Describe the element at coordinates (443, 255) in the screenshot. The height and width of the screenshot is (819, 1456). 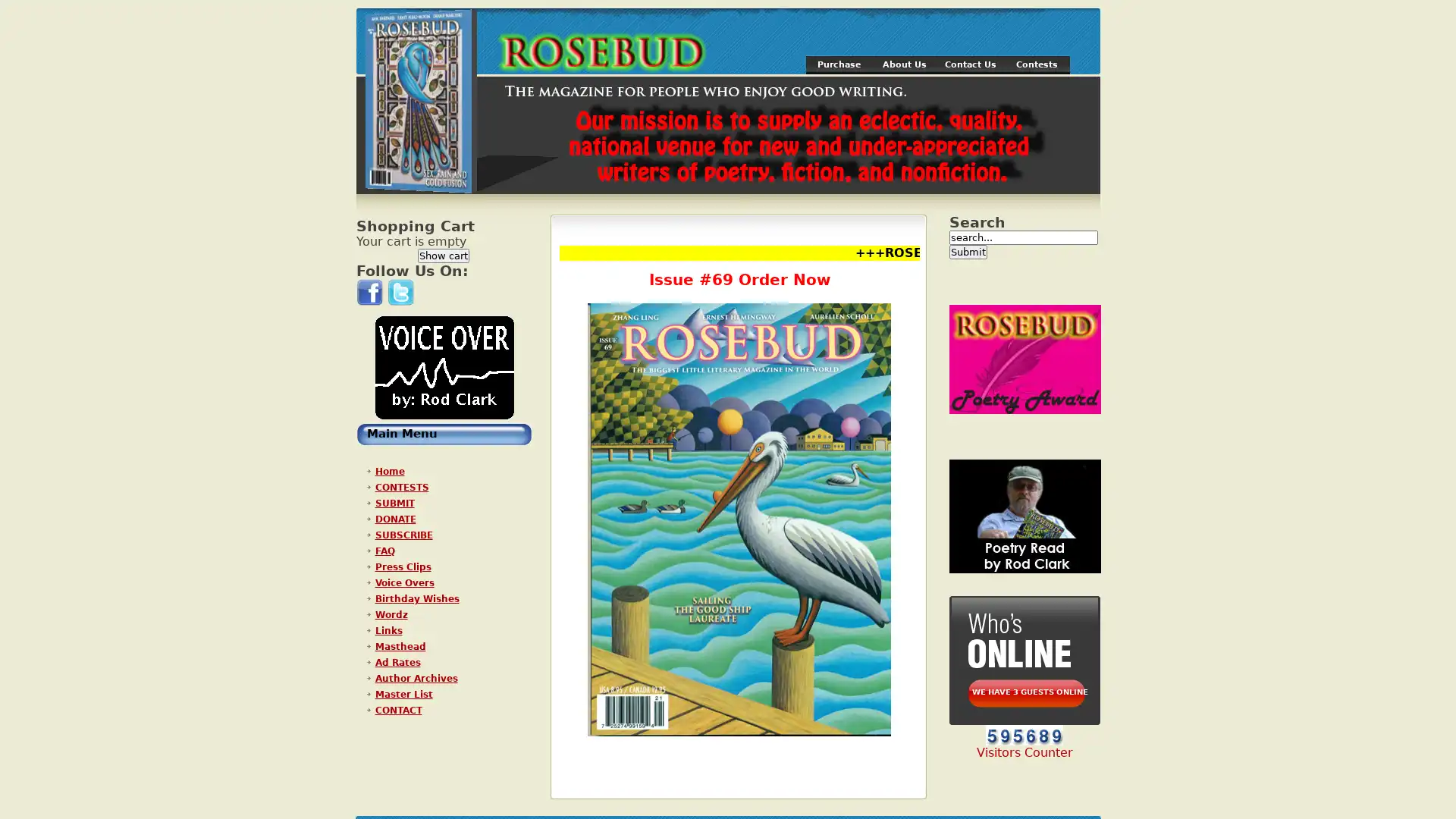
I see `Show cart` at that location.